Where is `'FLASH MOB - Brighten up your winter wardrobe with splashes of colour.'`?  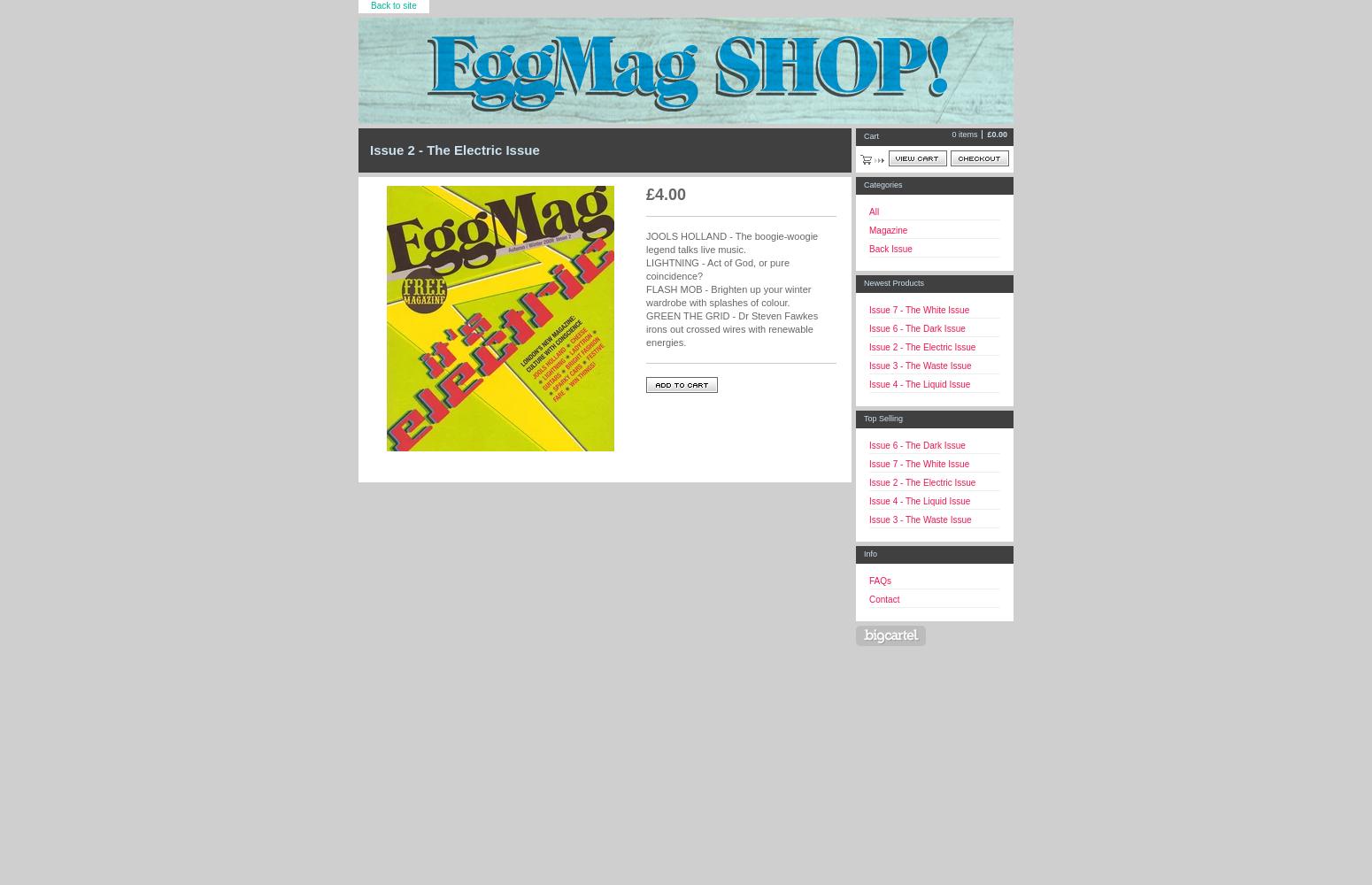
'FLASH MOB - Brighten up your winter wardrobe with splashes of colour.' is located at coordinates (646, 295).